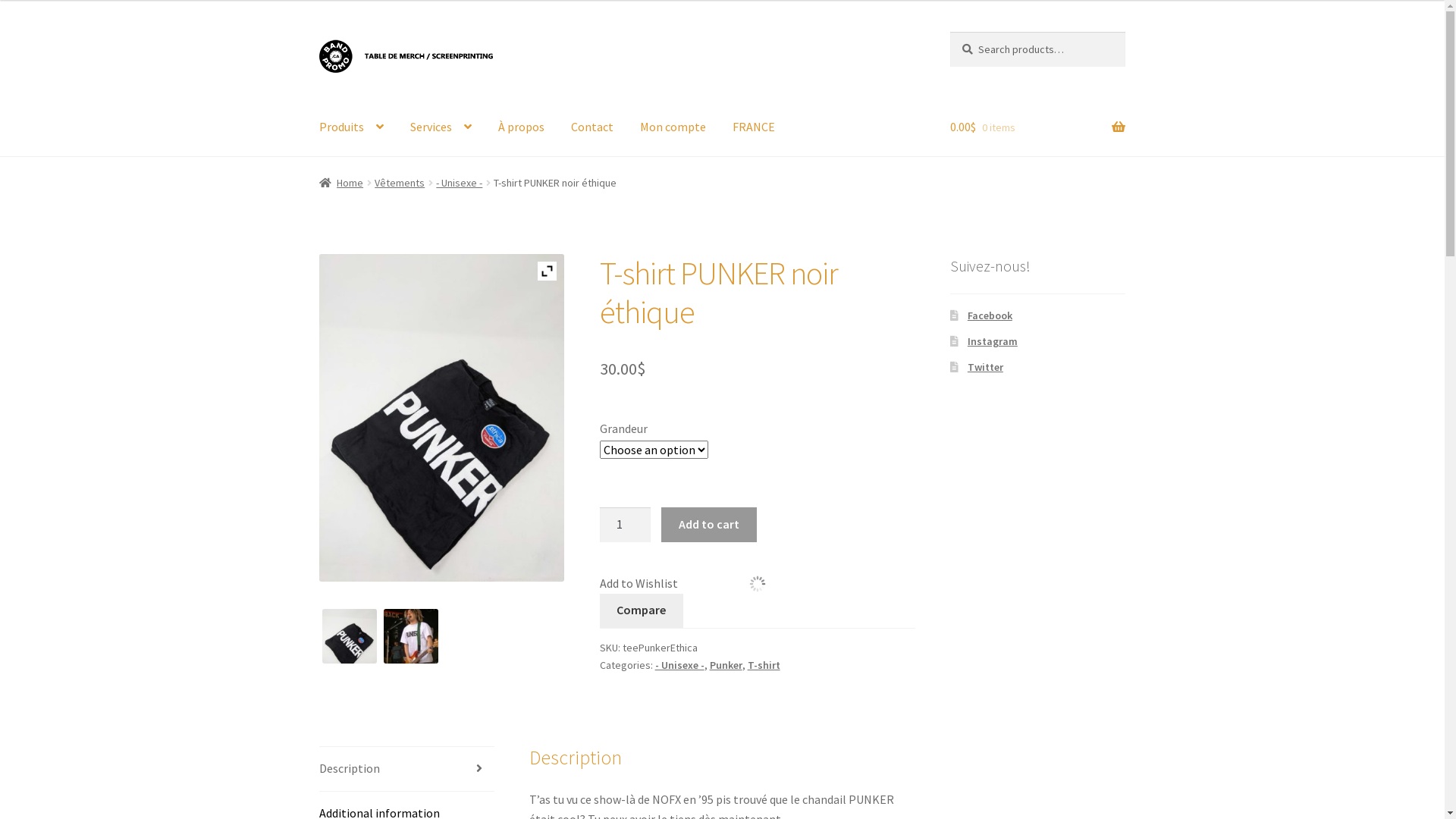 This screenshot has height=819, width=1456. What do you see at coordinates (340, 181) in the screenshot?
I see `'Home'` at bounding box center [340, 181].